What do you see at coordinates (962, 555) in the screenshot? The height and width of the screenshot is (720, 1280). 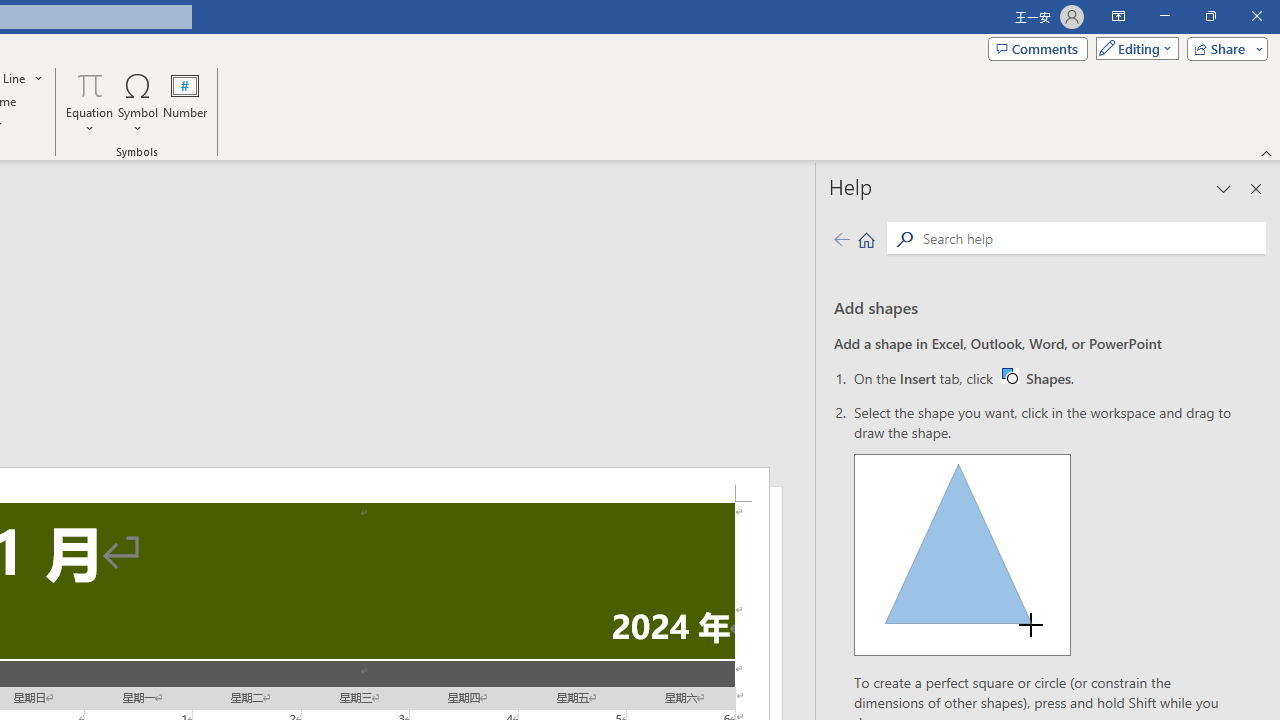 I see `'Drawing a shape'` at bounding box center [962, 555].